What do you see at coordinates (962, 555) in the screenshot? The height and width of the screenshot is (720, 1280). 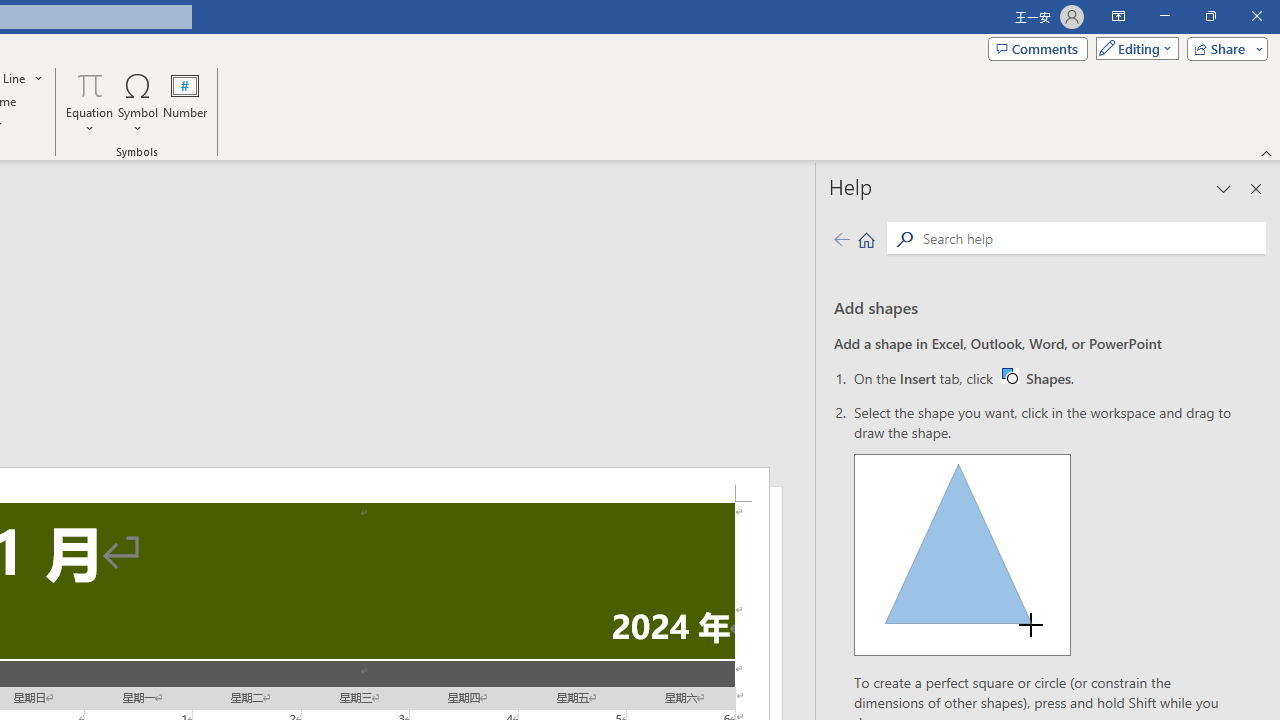 I see `'Drawing a shape'` at bounding box center [962, 555].